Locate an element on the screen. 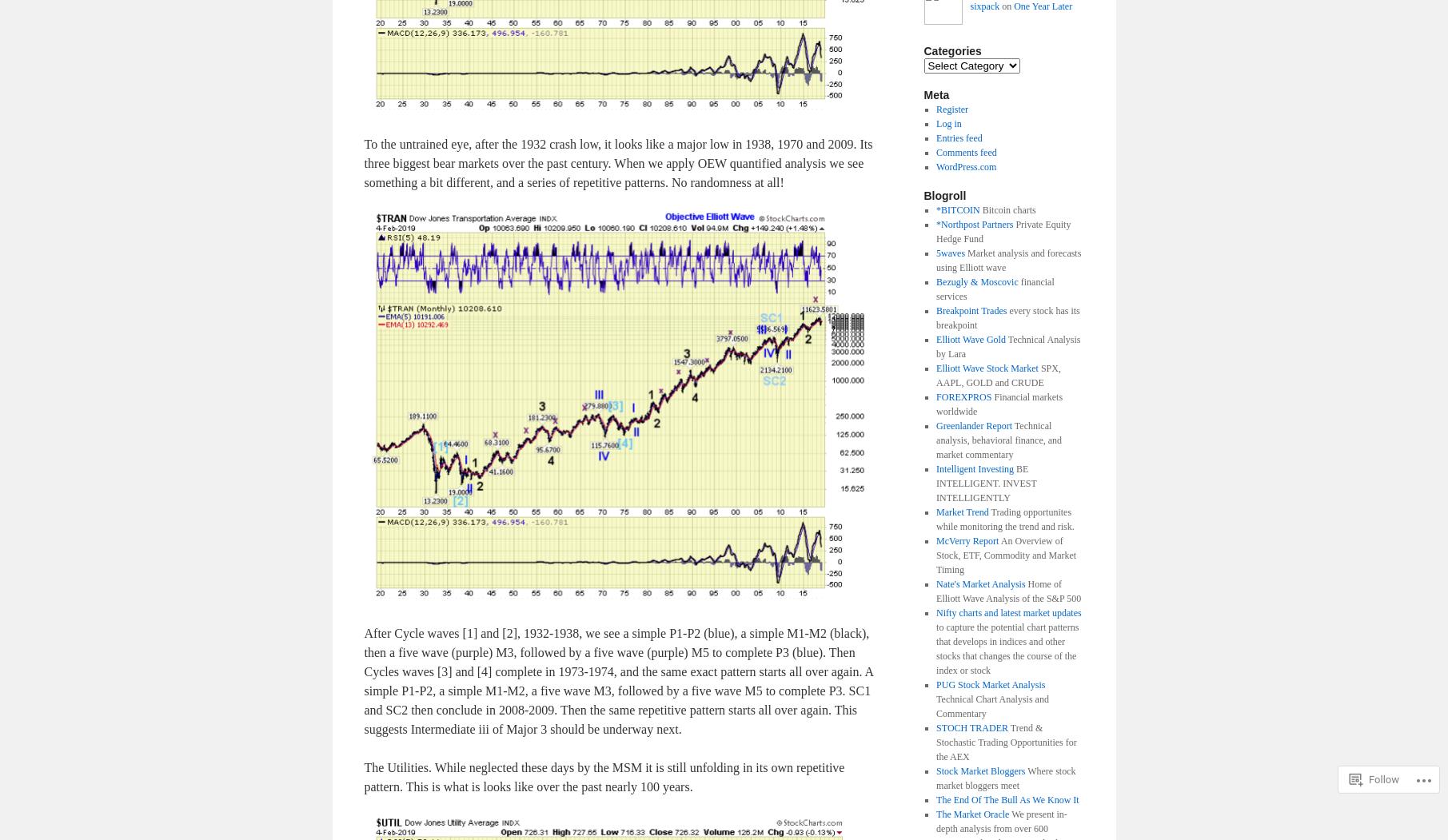 The height and width of the screenshot is (840, 1448). '*Northpost Partners' is located at coordinates (974, 223).